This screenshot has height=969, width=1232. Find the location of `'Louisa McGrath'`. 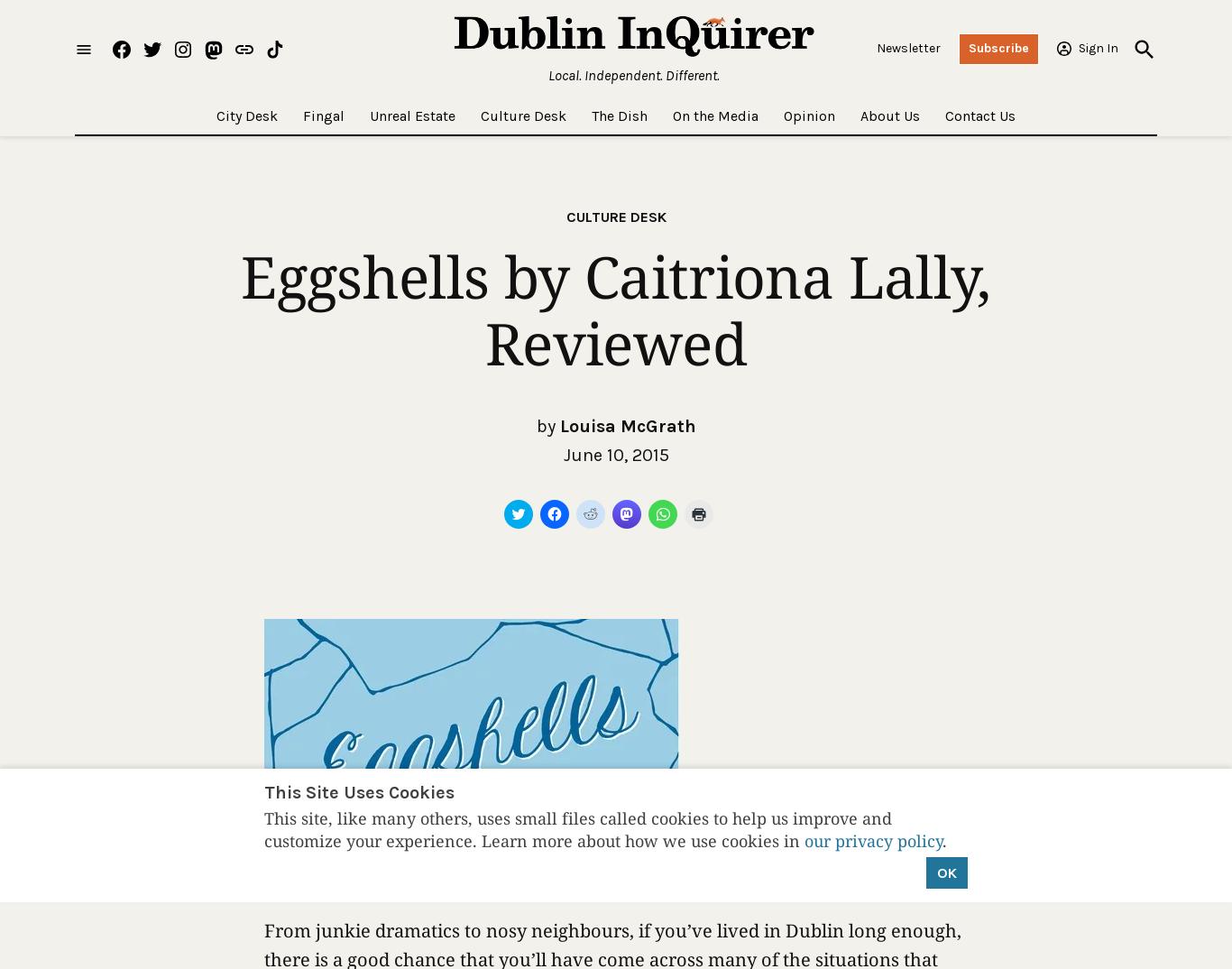

'Louisa McGrath' is located at coordinates (558, 425).